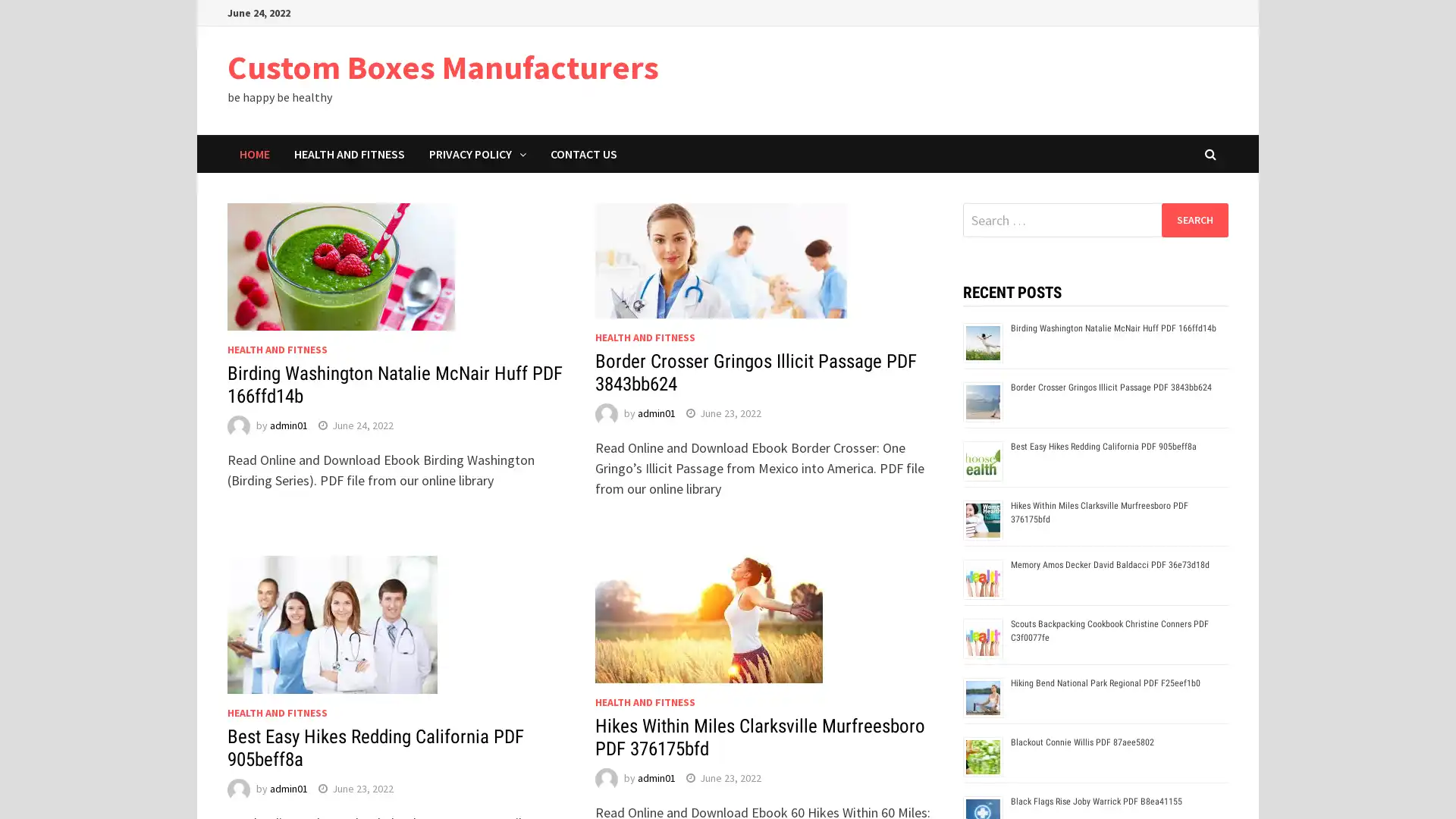  What do you see at coordinates (1194, 219) in the screenshot?
I see `Search` at bounding box center [1194, 219].